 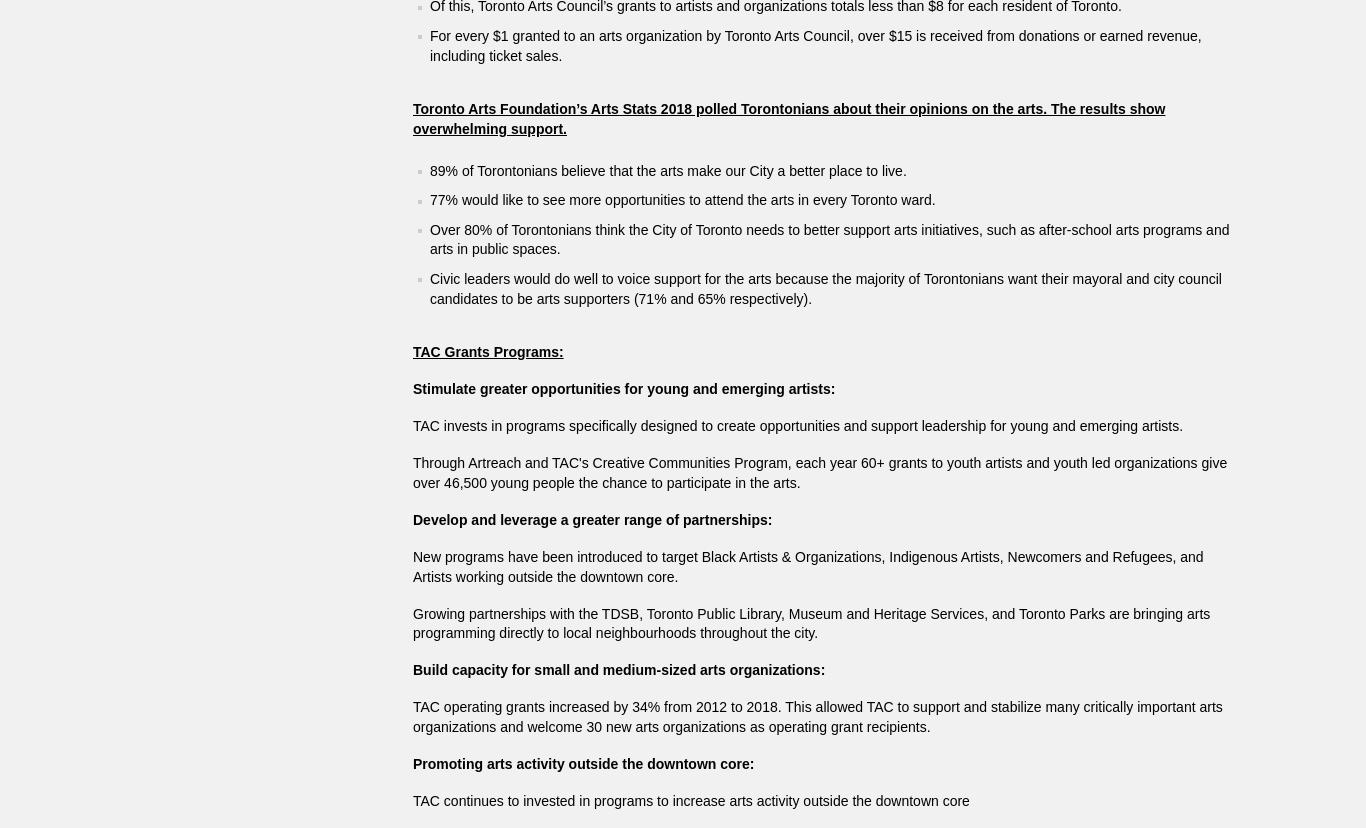 What do you see at coordinates (806, 566) in the screenshot?
I see `'New programs have been introduced to target Black Artists & Organizations, Indigenous Artists, Newcomers and Refugees, and Artists working outside the downtown core.'` at bounding box center [806, 566].